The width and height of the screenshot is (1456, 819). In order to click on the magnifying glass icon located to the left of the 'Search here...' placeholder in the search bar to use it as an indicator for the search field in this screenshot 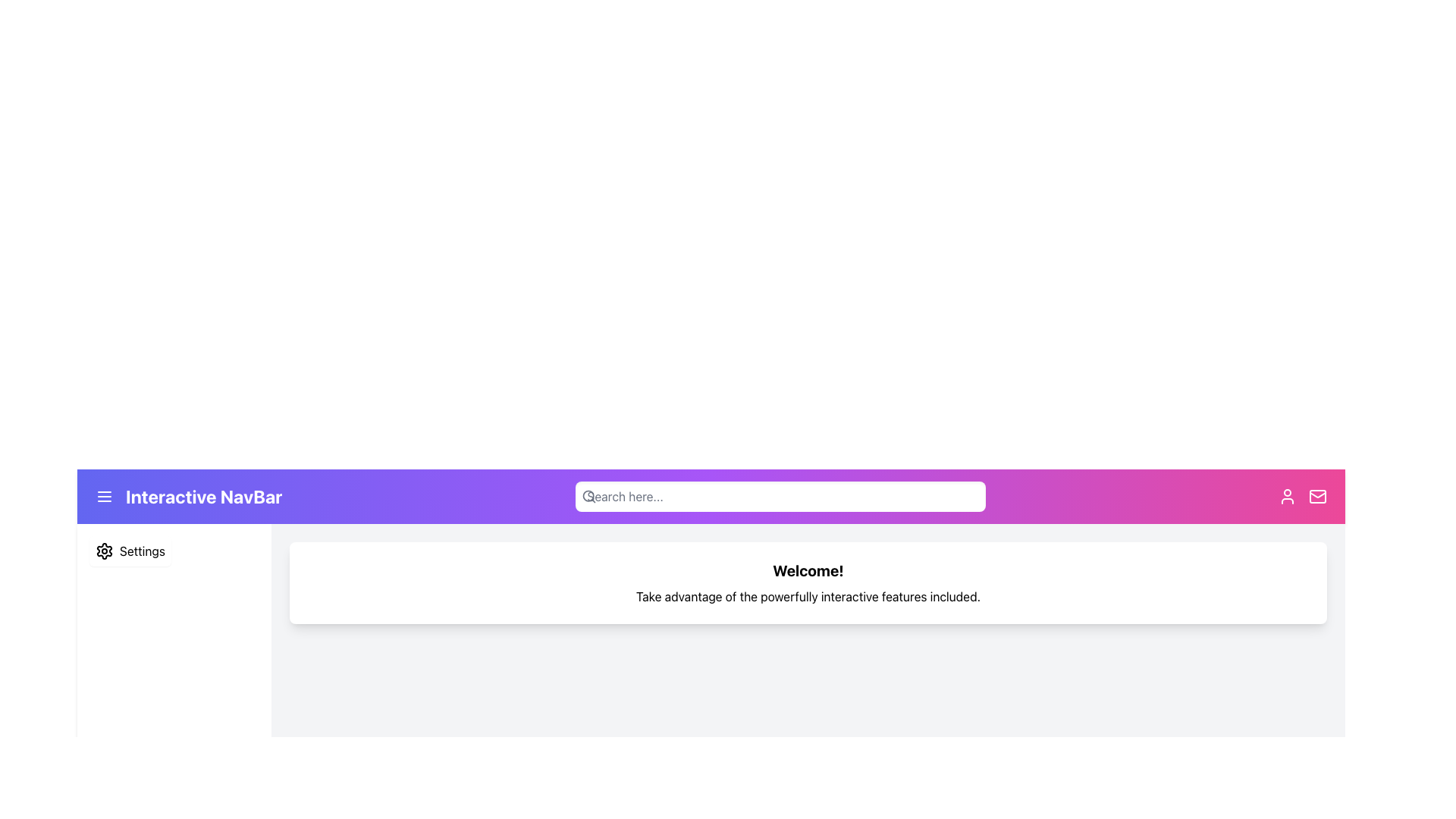, I will do `click(588, 497)`.